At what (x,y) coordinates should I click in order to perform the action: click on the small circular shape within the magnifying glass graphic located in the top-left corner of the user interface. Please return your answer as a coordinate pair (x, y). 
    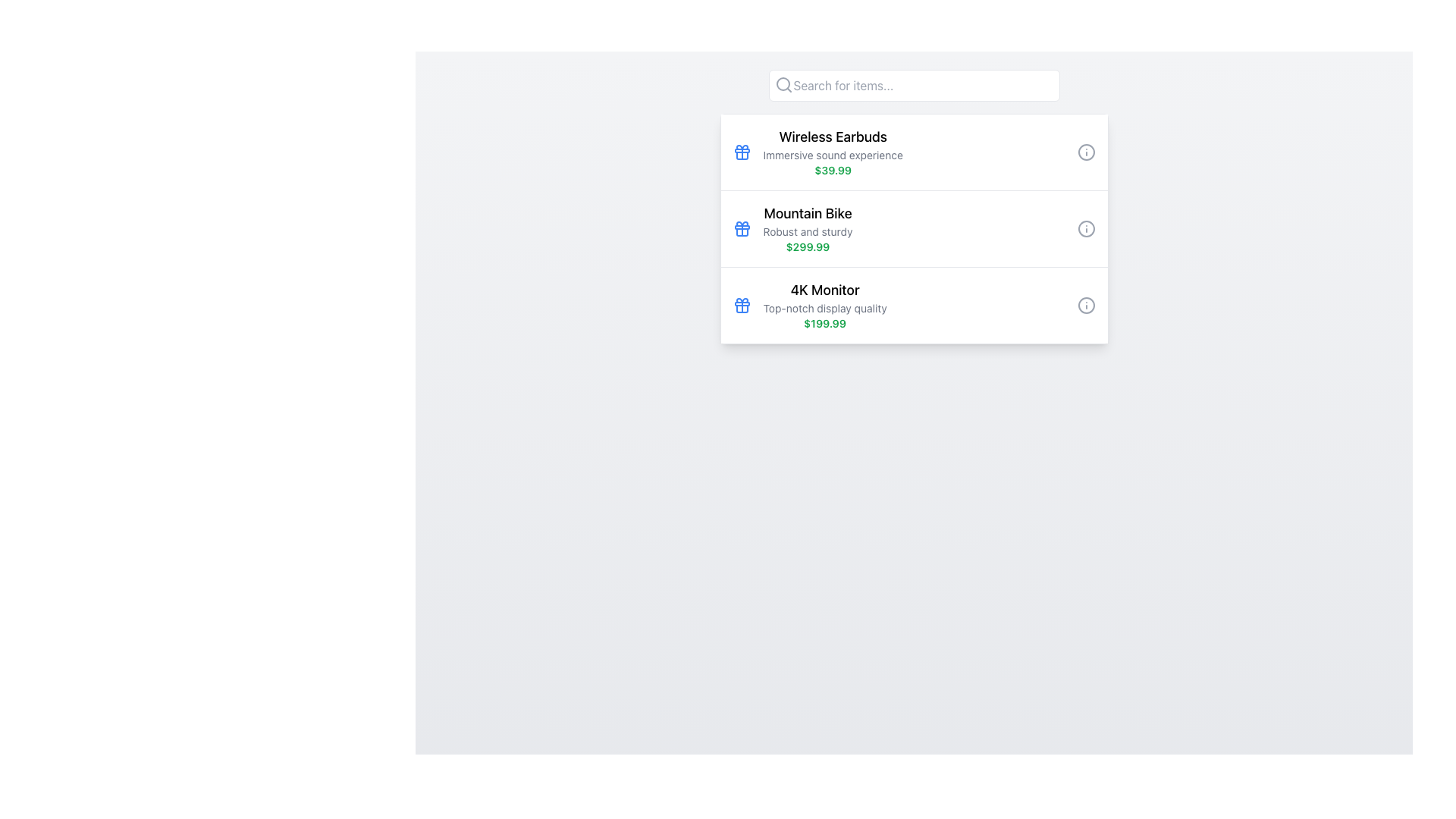
    Looking at the image, I should click on (783, 84).